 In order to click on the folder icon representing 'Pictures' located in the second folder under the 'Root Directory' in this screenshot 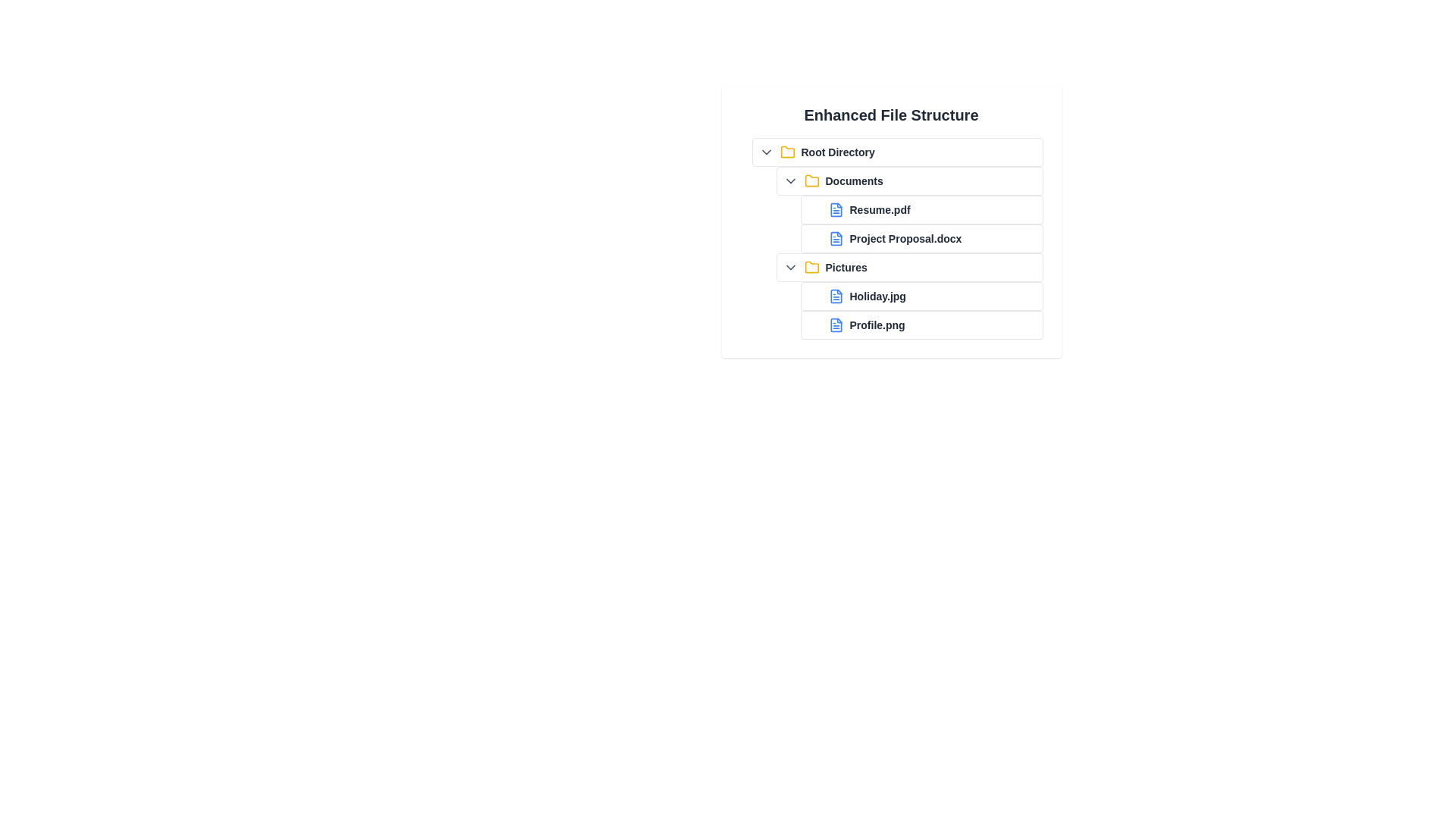, I will do `click(811, 265)`.